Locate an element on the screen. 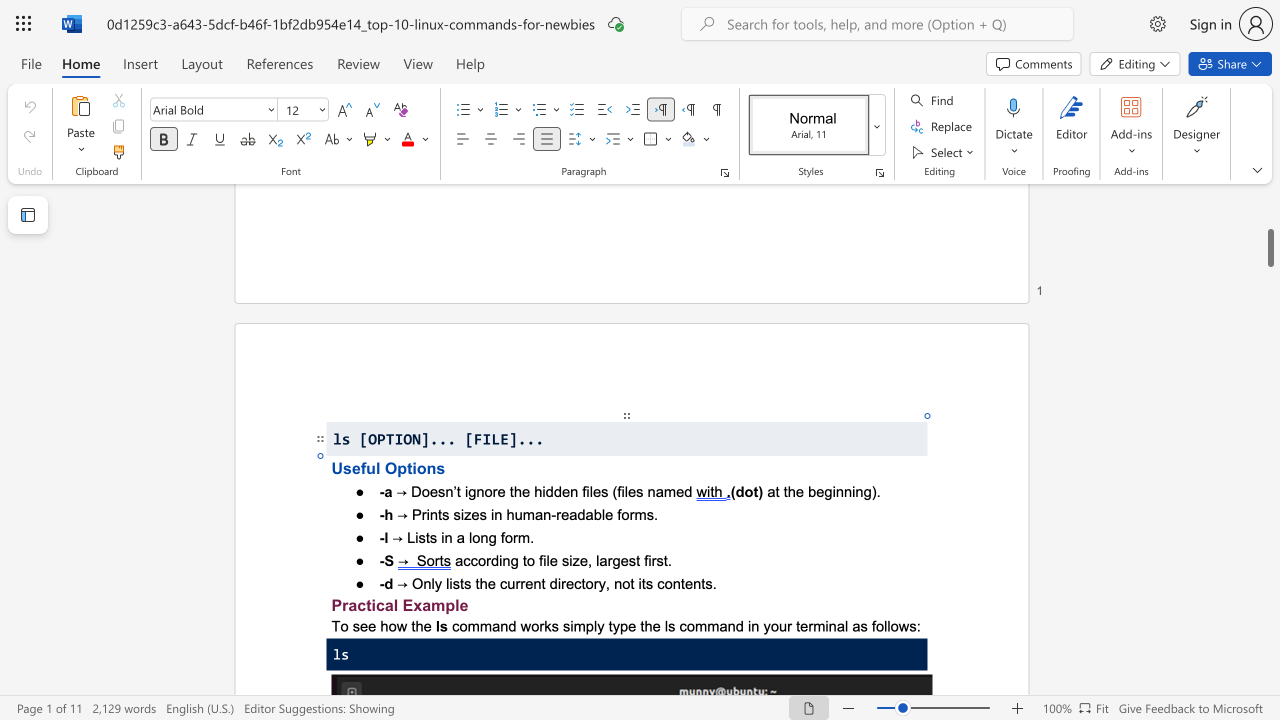 Image resolution: width=1280 pixels, height=720 pixels. the 4th character "n" in the text is located at coordinates (832, 625).